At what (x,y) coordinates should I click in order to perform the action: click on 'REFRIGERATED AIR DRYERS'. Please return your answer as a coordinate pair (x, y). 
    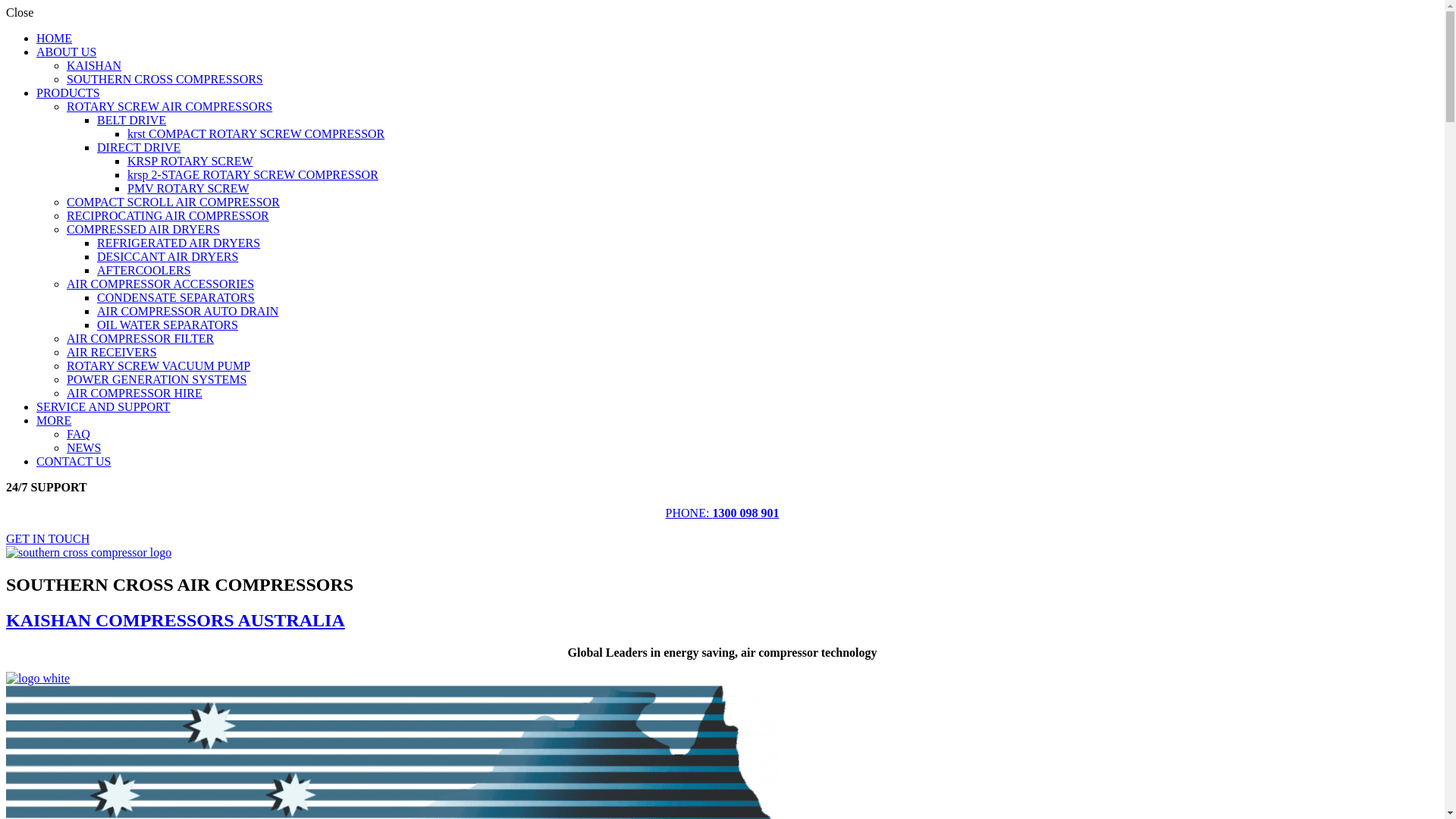
    Looking at the image, I should click on (178, 242).